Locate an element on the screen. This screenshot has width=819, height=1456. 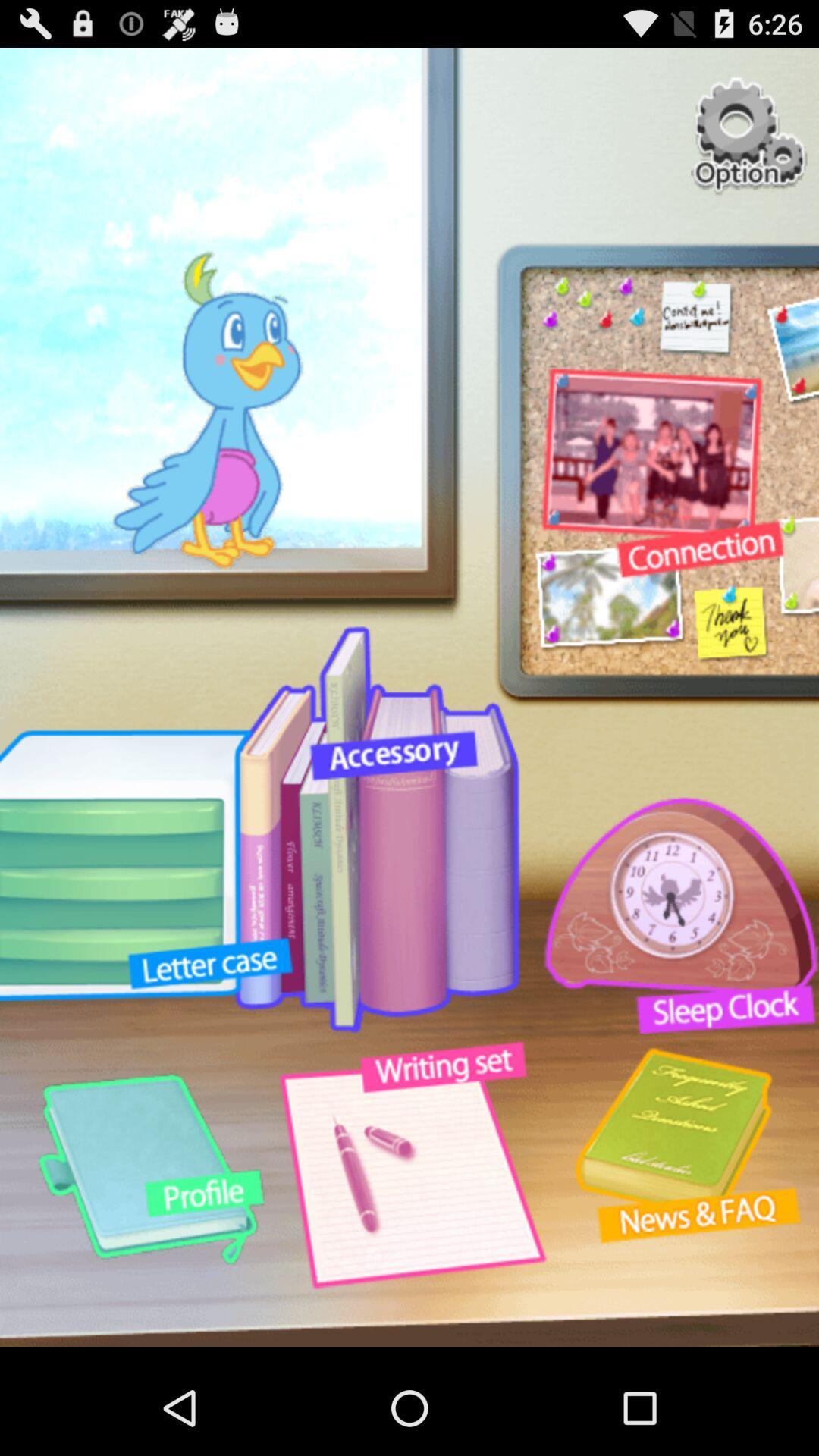
the button below accessory is located at coordinates (409, 1170).